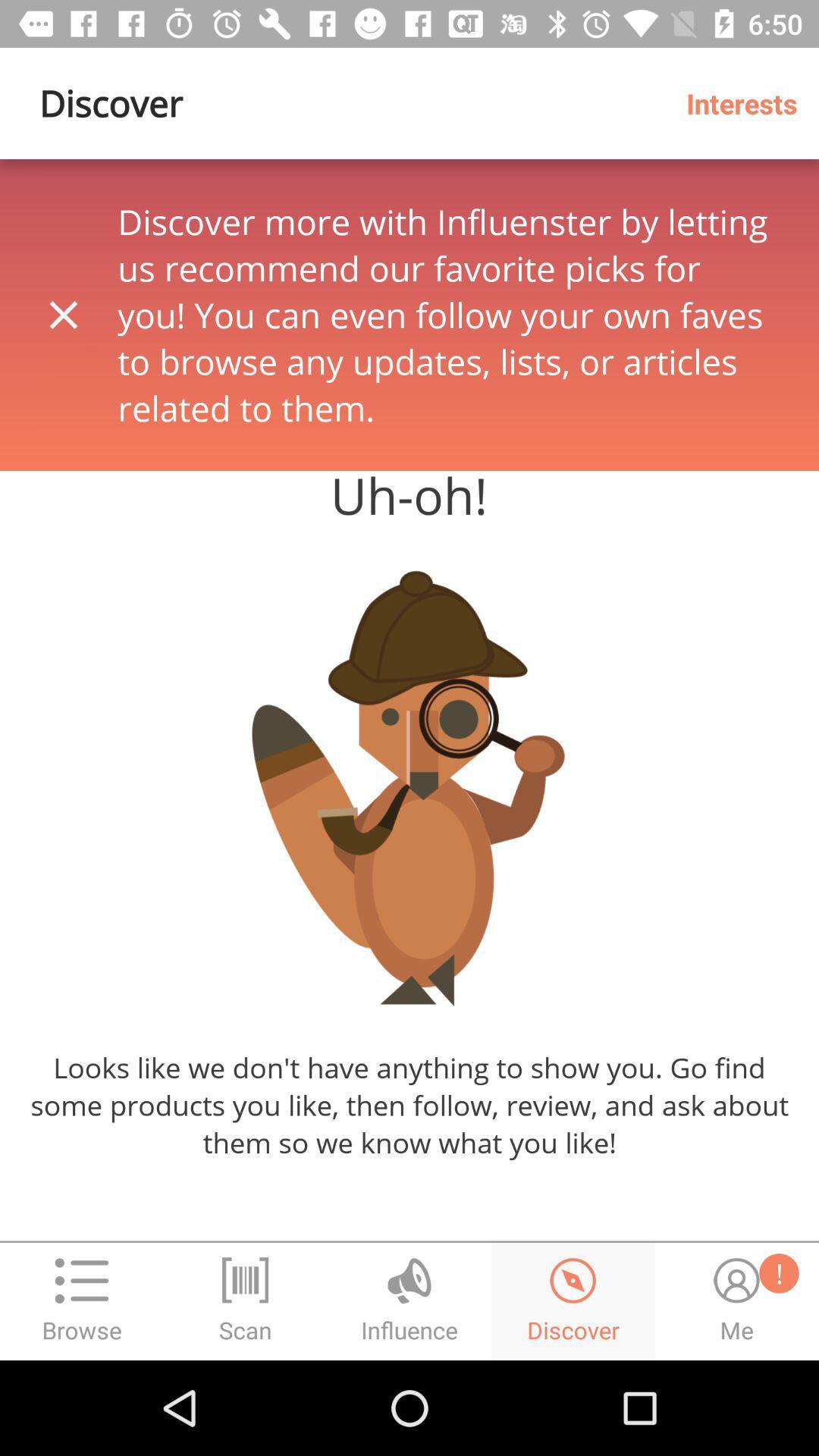 Image resolution: width=819 pixels, height=1456 pixels. Describe the element at coordinates (63, 314) in the screenshot. I see `the close icon` at that location.